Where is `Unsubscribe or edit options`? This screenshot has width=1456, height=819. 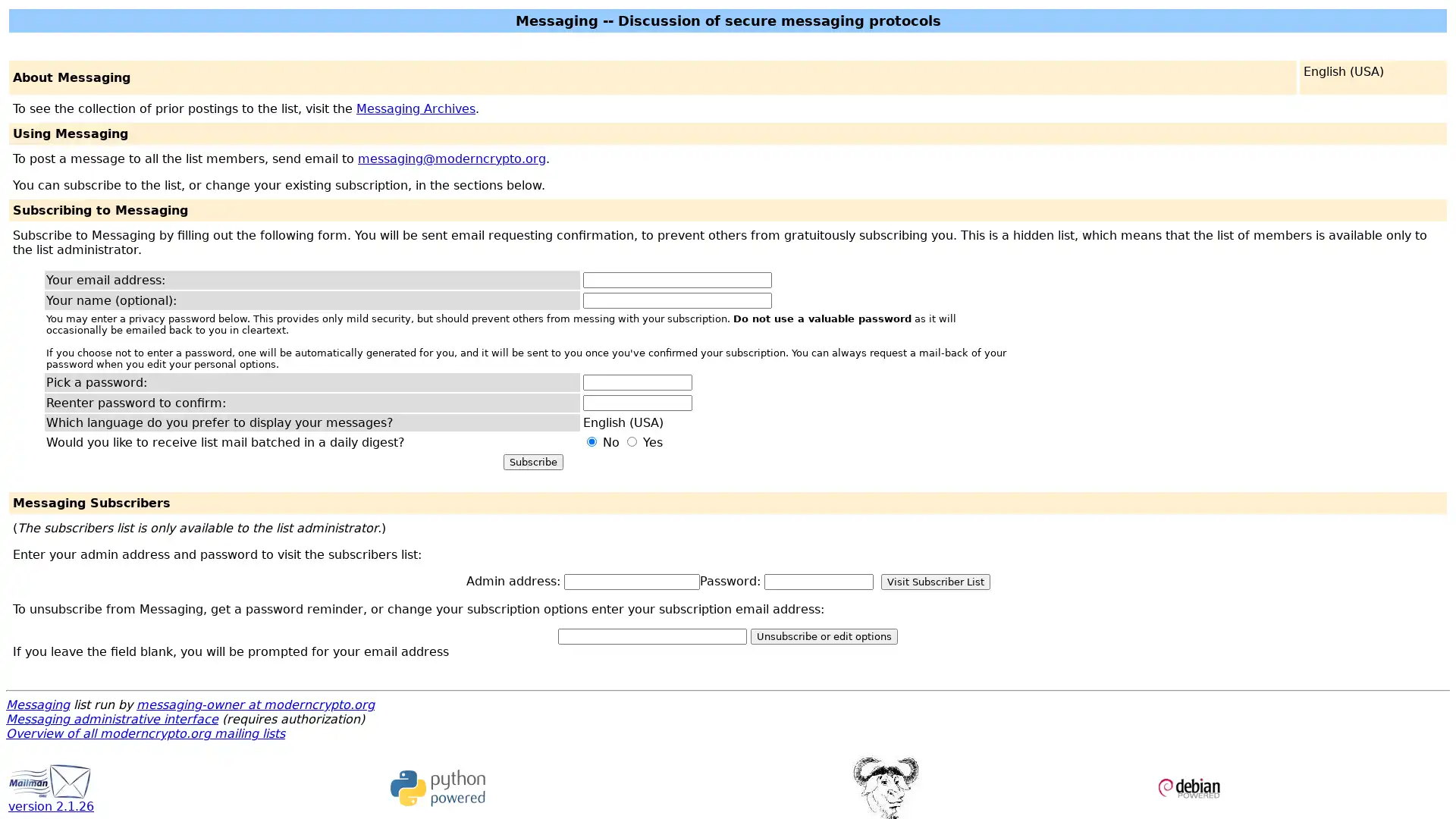
Unsubscribe or edit options is located at coordinates (823, 636).